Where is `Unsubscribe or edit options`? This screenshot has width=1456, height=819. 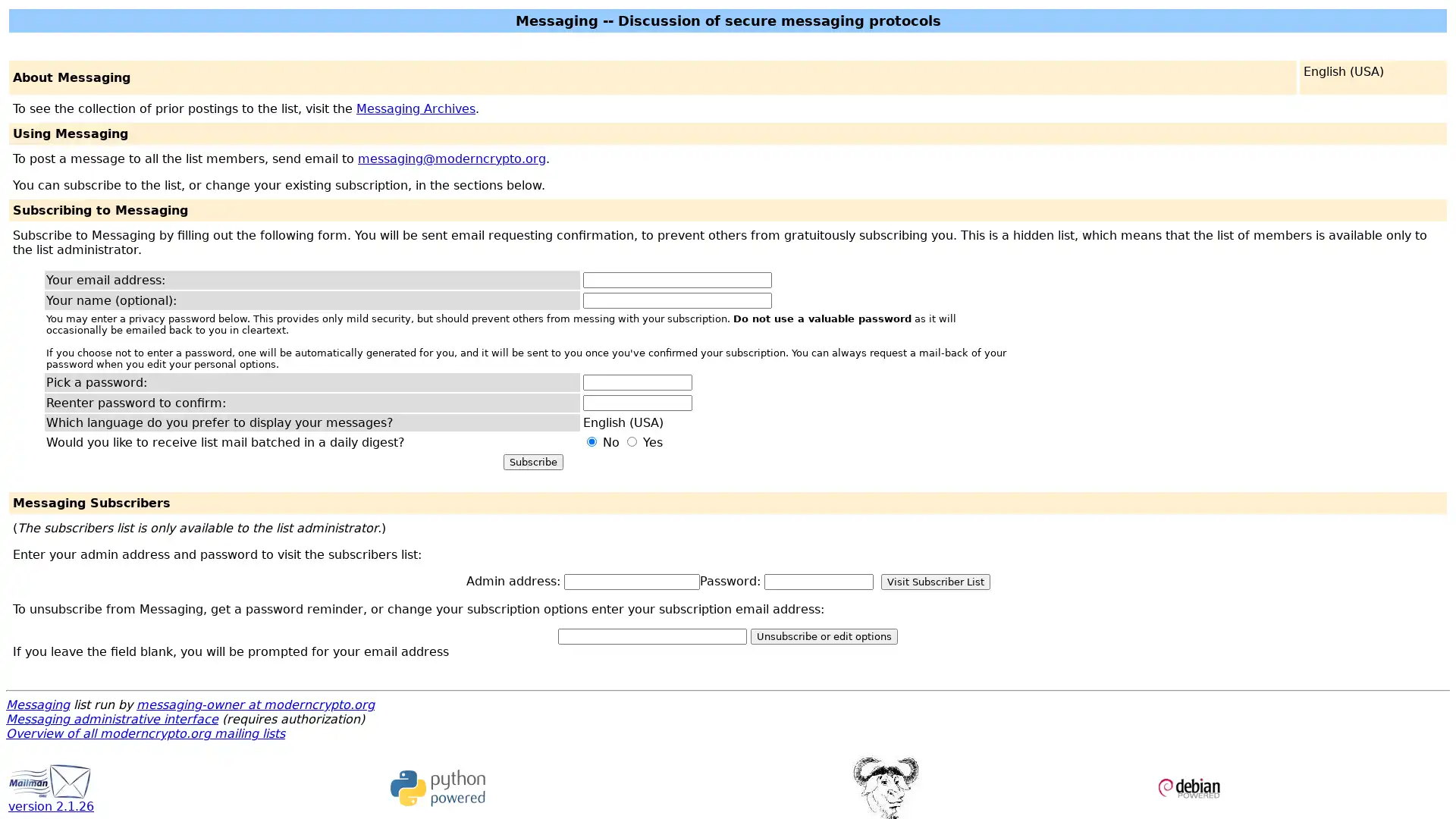
Unsubscribe or edit options is located at coordinates (823, 636).